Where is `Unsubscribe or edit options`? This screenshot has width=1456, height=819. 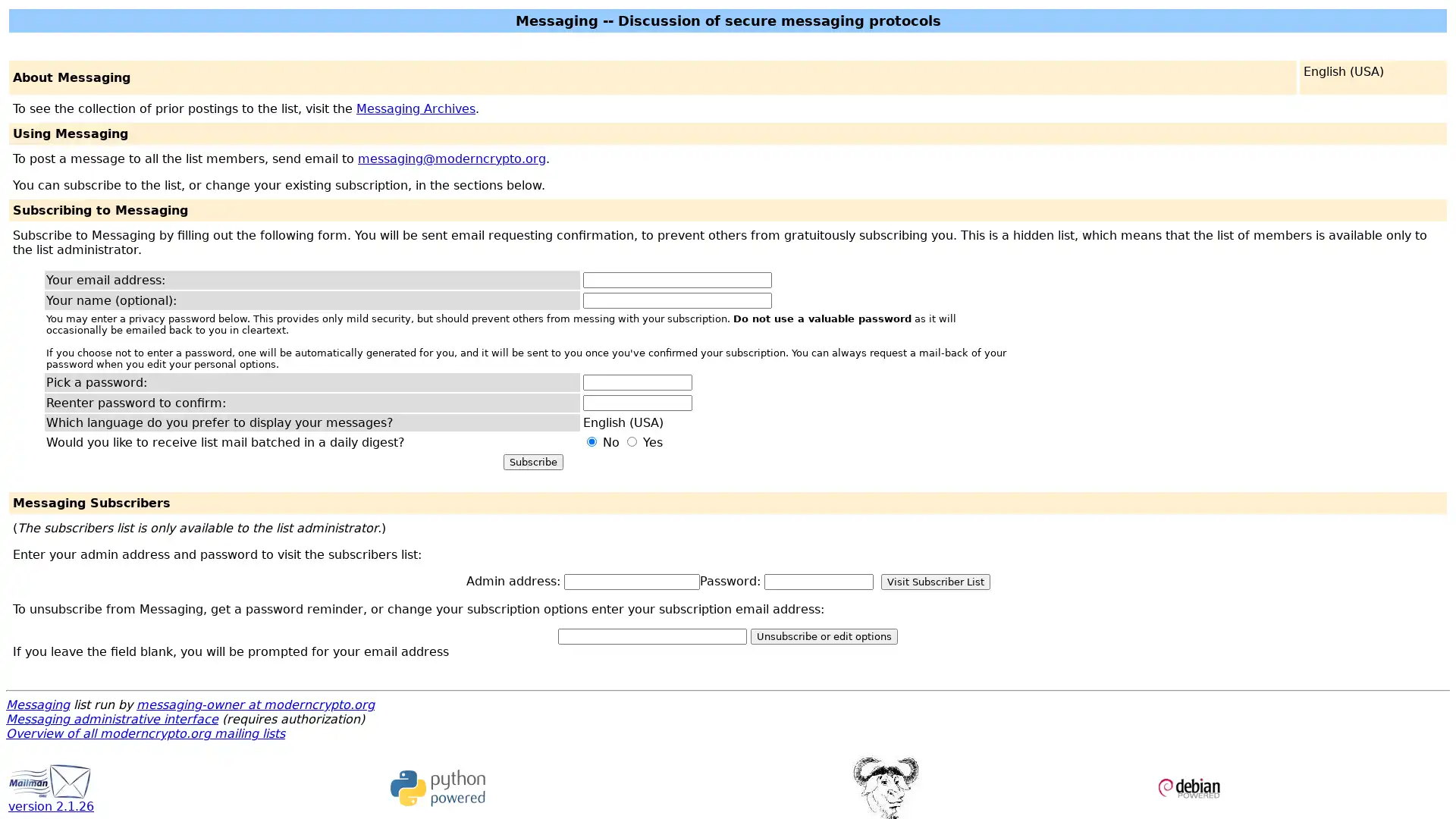
Unsubscribe or edit options is located at coordinates (823, 636).